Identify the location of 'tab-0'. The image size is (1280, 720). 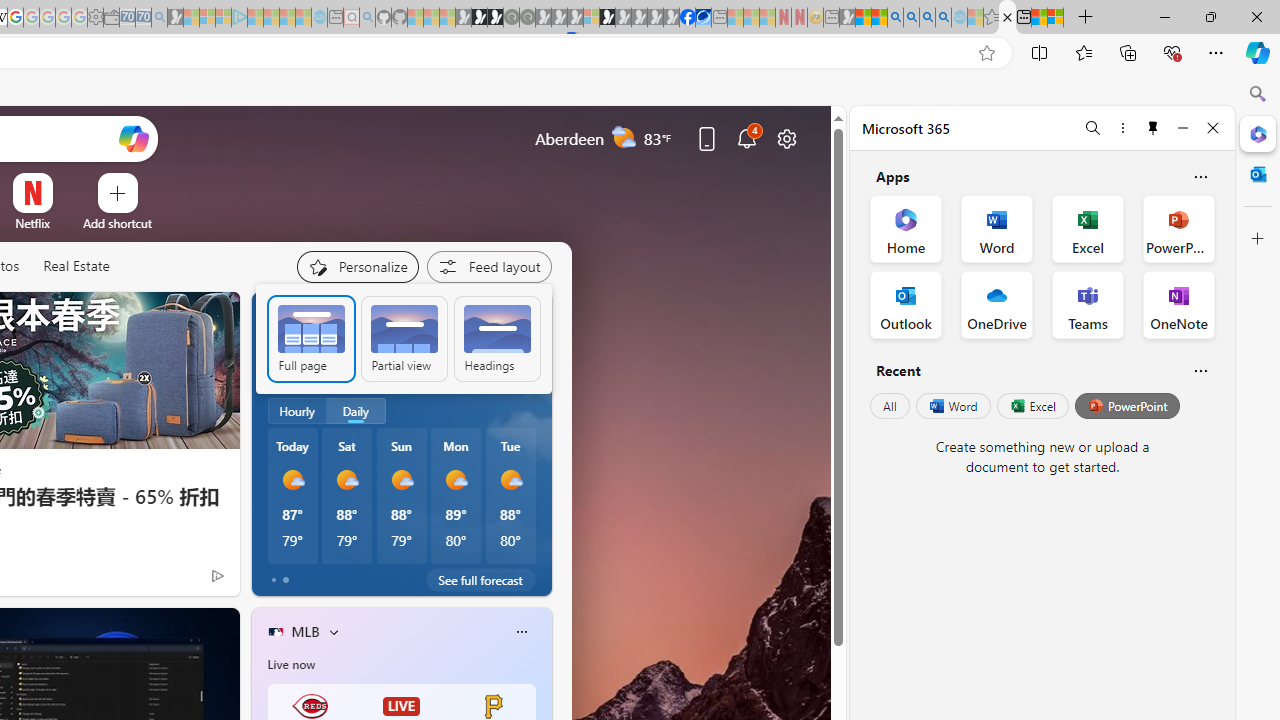
(272, 579).